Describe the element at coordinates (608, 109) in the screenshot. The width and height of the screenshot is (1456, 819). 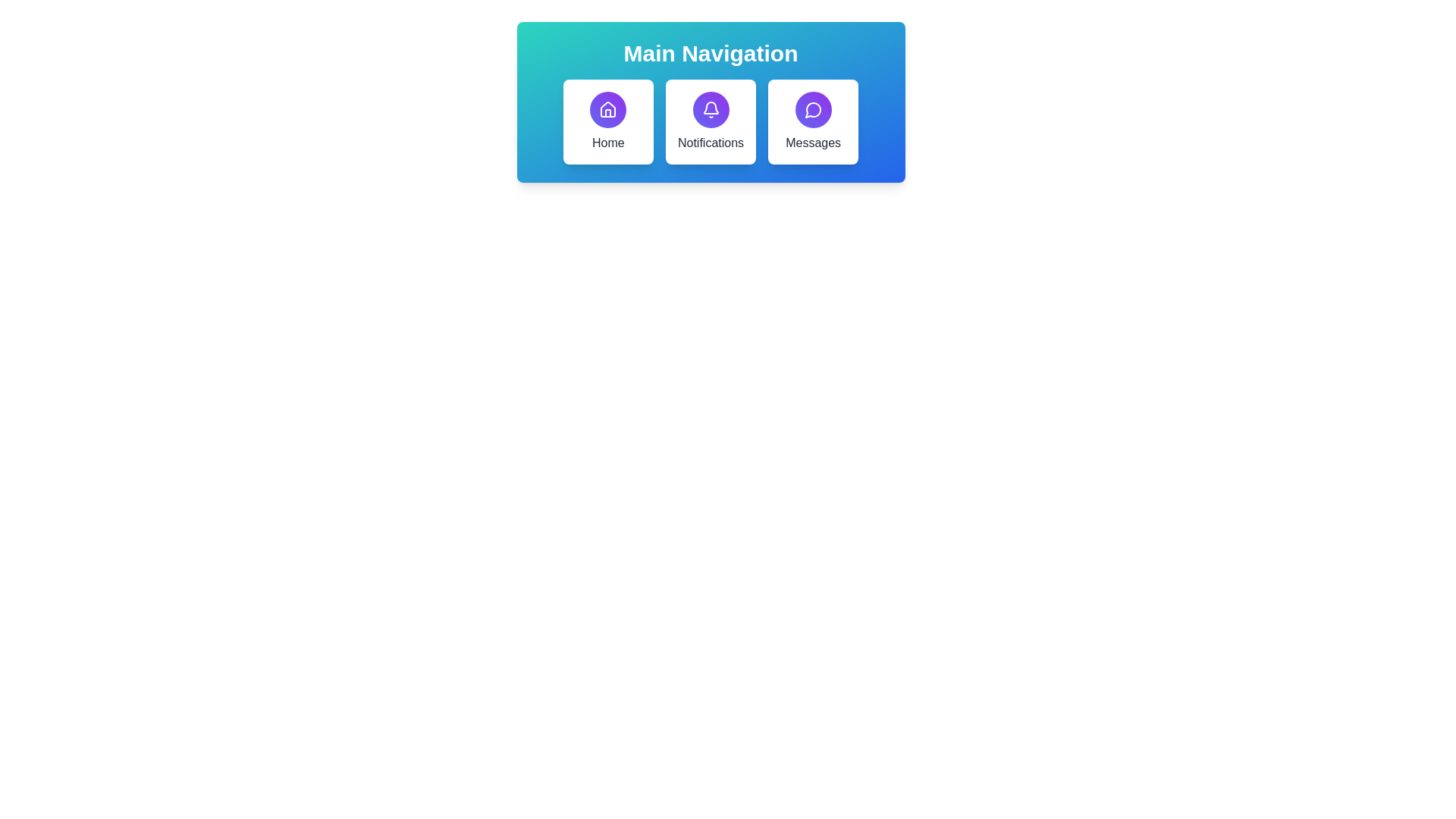
I see `the house icon in the Main Navigation card, which is the leftmost of three circular icons above the 'Home' label` at that location.